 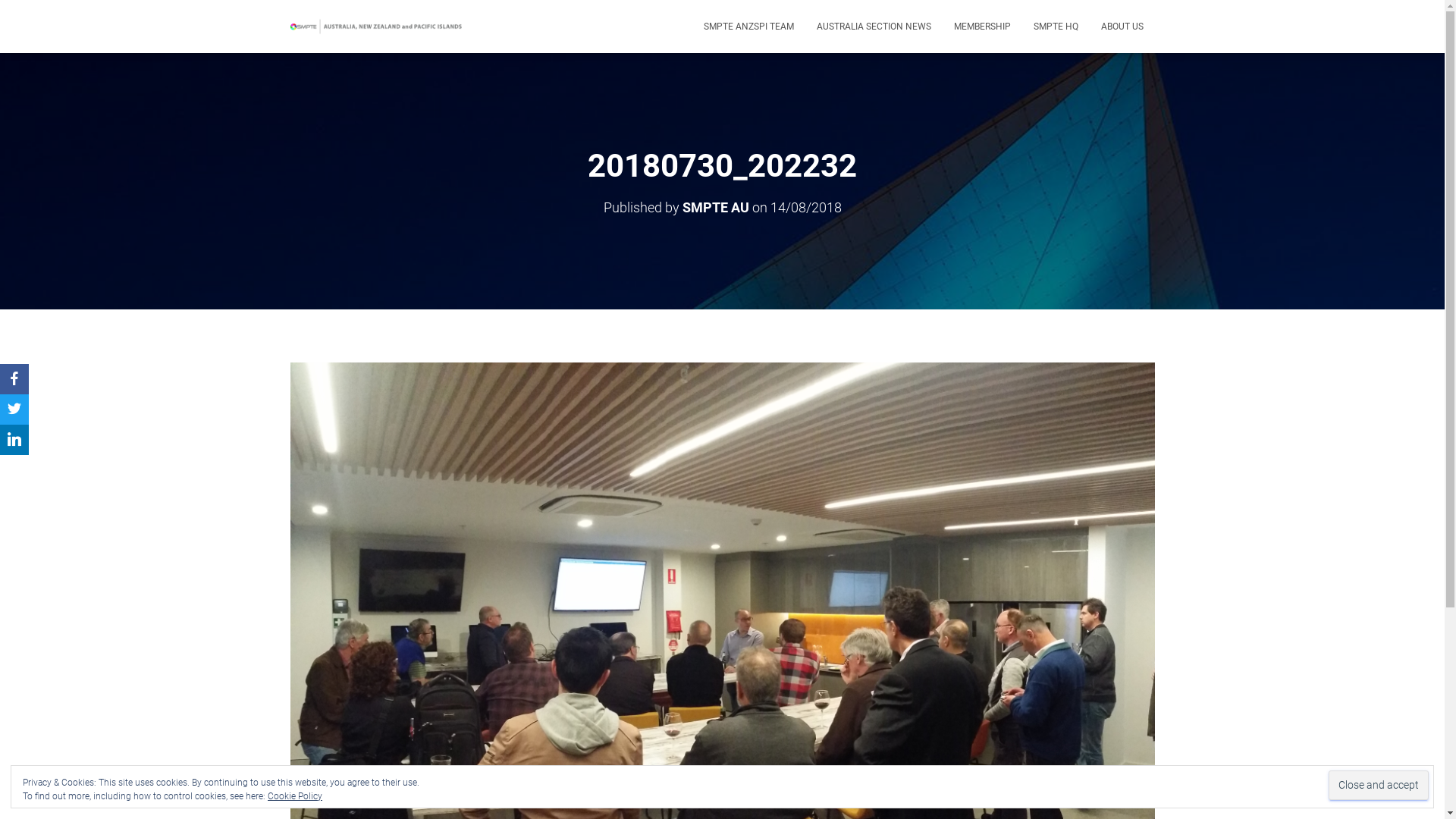 What do you see at coordinates (691, 26) in the screenshot?
I see `'SMPTE ANZSPI TEAM'` at bounding box center [691, 26].